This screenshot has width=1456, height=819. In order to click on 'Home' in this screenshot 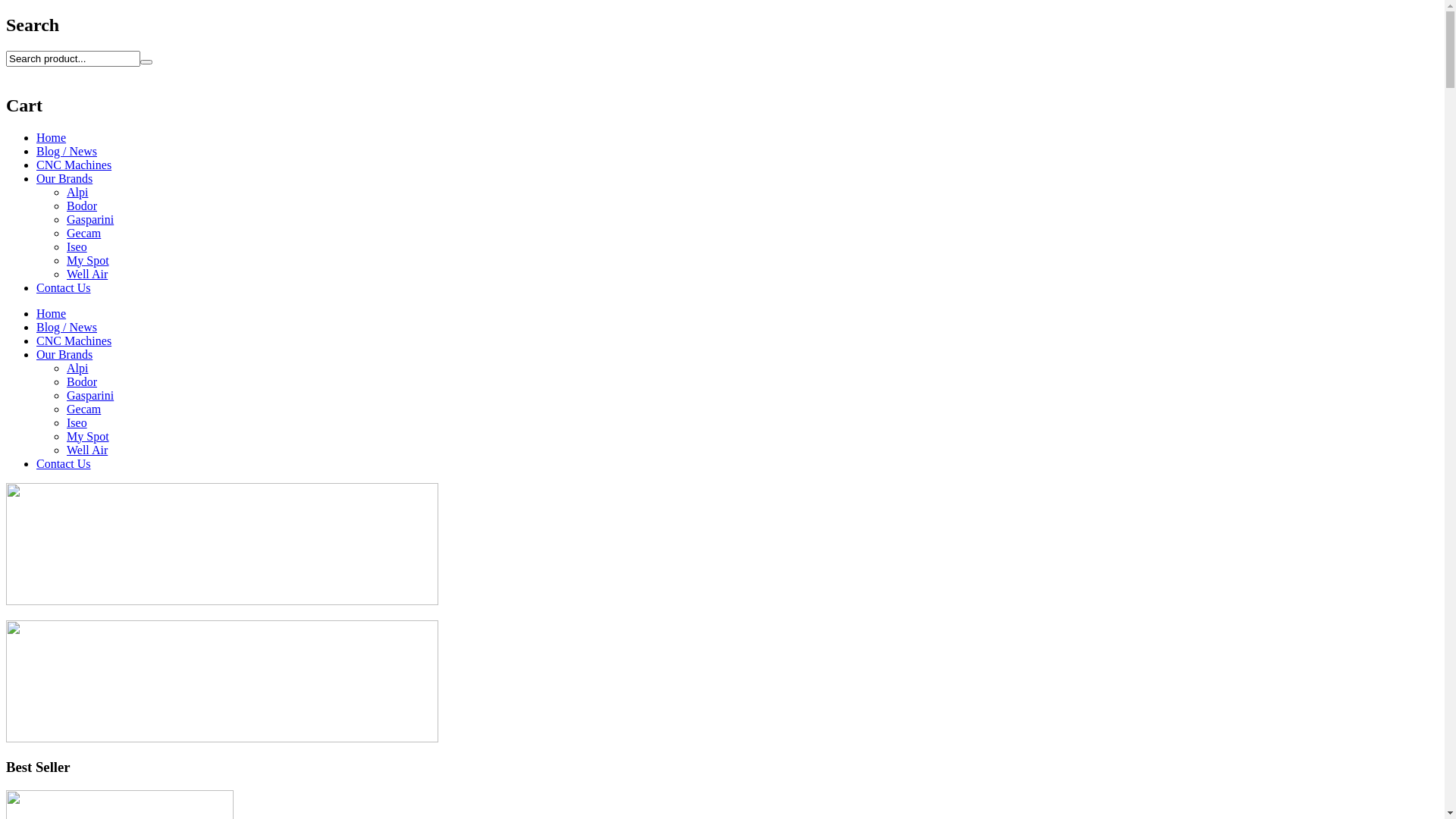, I will do `click(51, 137)`.